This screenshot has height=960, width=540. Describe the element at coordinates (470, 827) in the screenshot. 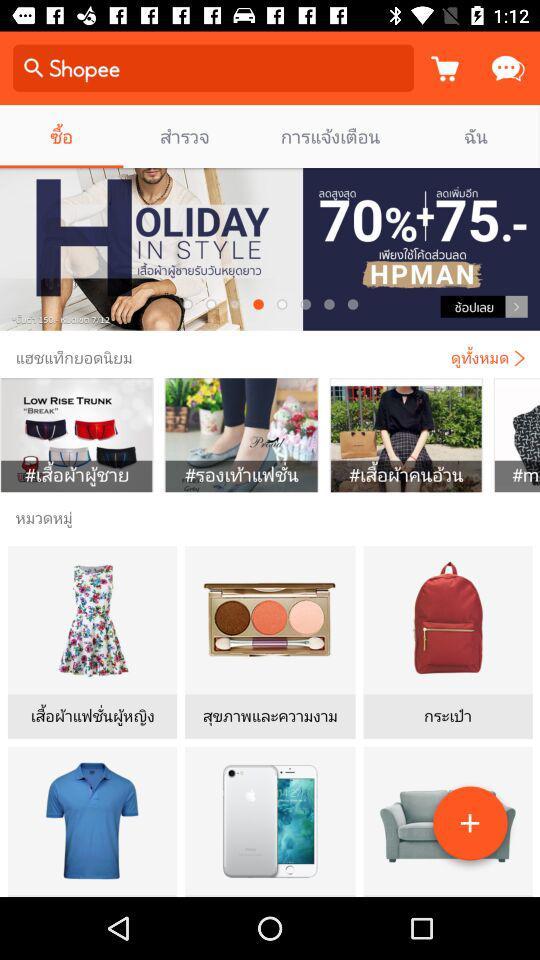

I see `the add icon` at that location.